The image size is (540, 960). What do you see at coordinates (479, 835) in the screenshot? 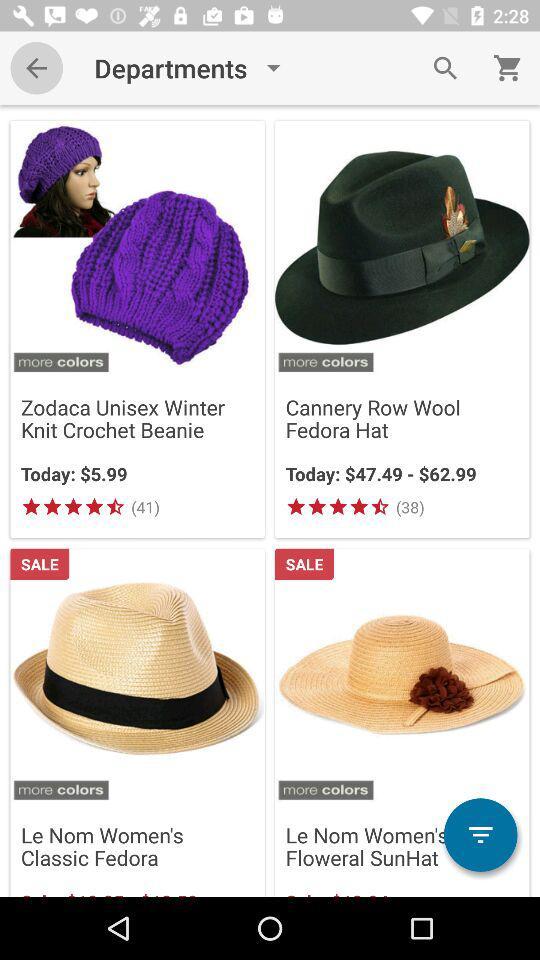
I see `the filter_list icon` at bounding box center [479, 835].